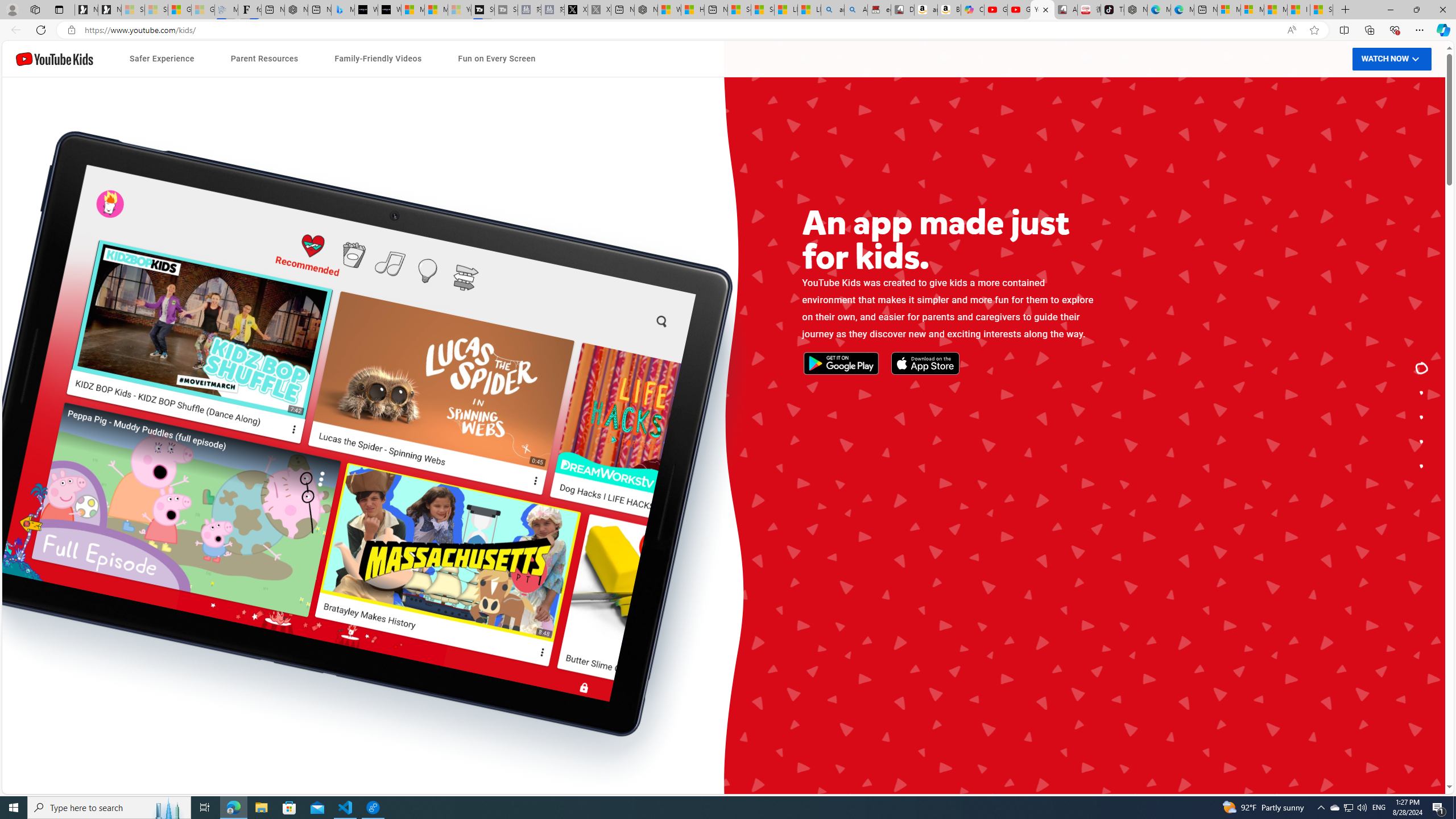 The height and width of the screenshot is (819, 1456). Describe the element at coordinates (855, 9) in the screenshot. I see `'Amazon Echo Dot PNG - Search Images'` at that location.